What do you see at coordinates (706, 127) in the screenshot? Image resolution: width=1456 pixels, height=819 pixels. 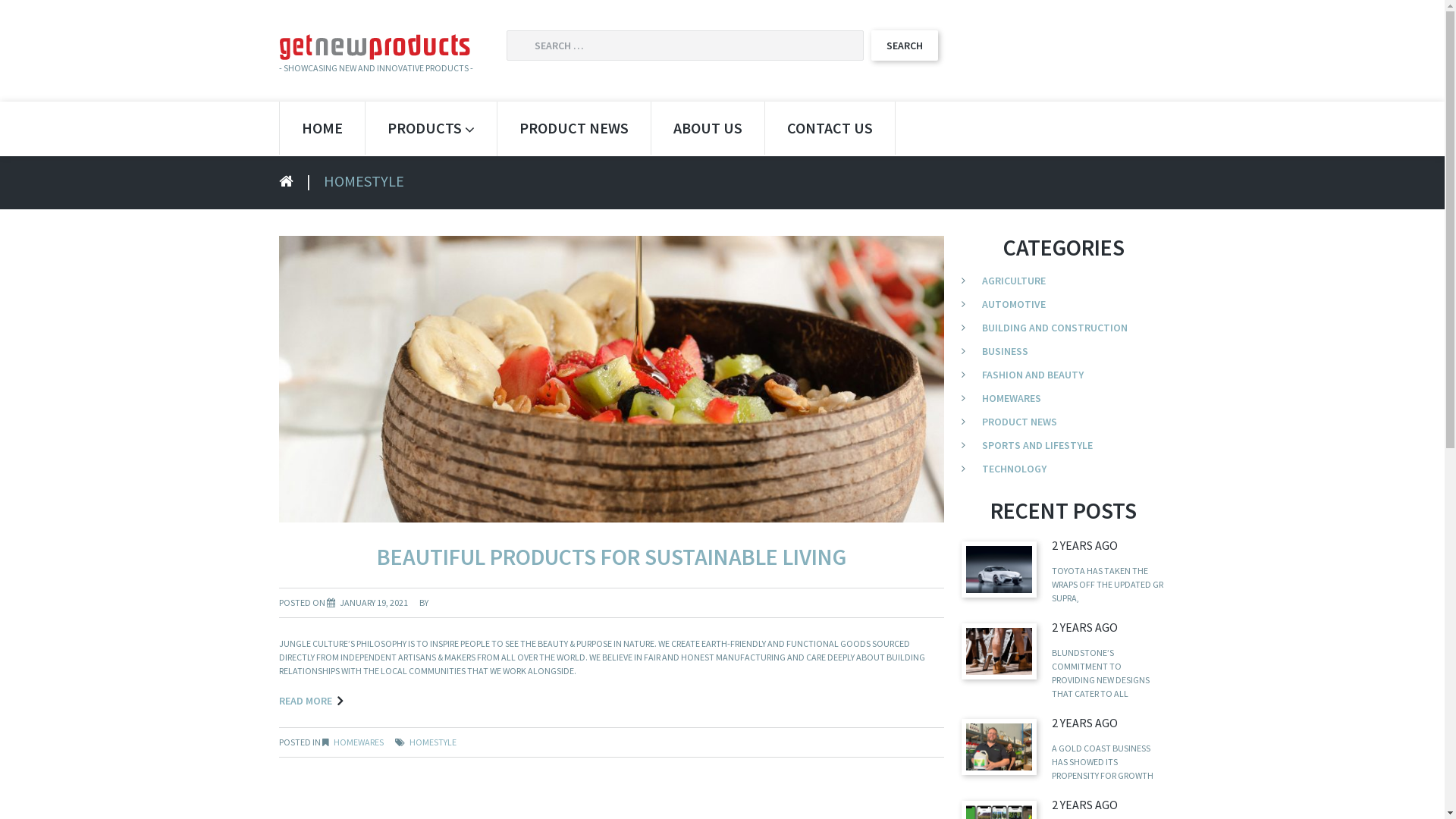 I see `'ABOUT US'` at bounding box center [706, 127].